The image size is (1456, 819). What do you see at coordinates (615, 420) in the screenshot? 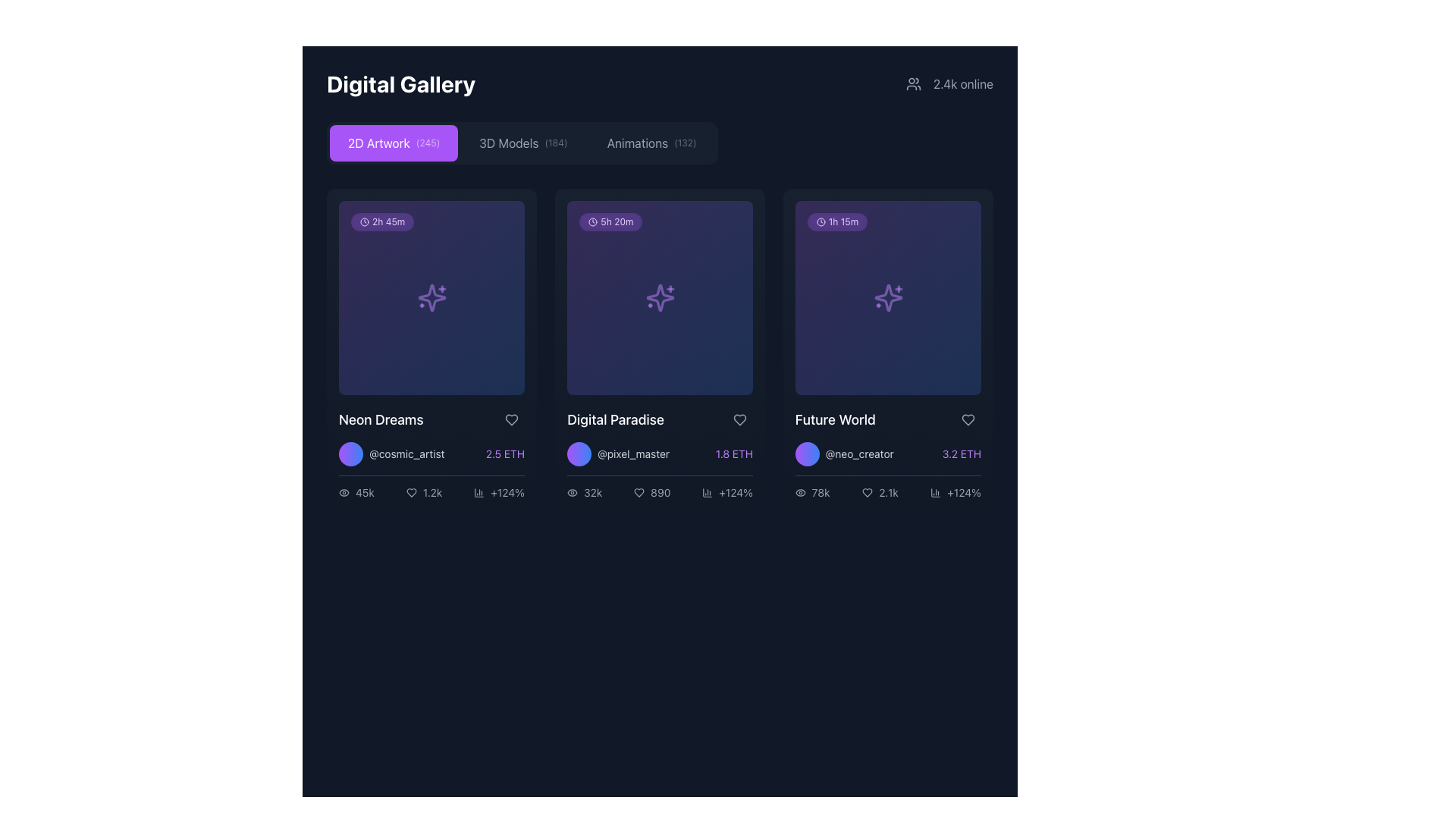
I see `the text label that serves as the title or name of a digital item, positioned in the middle column of three horizontally arranged cards` at bounding box center [615, 420].